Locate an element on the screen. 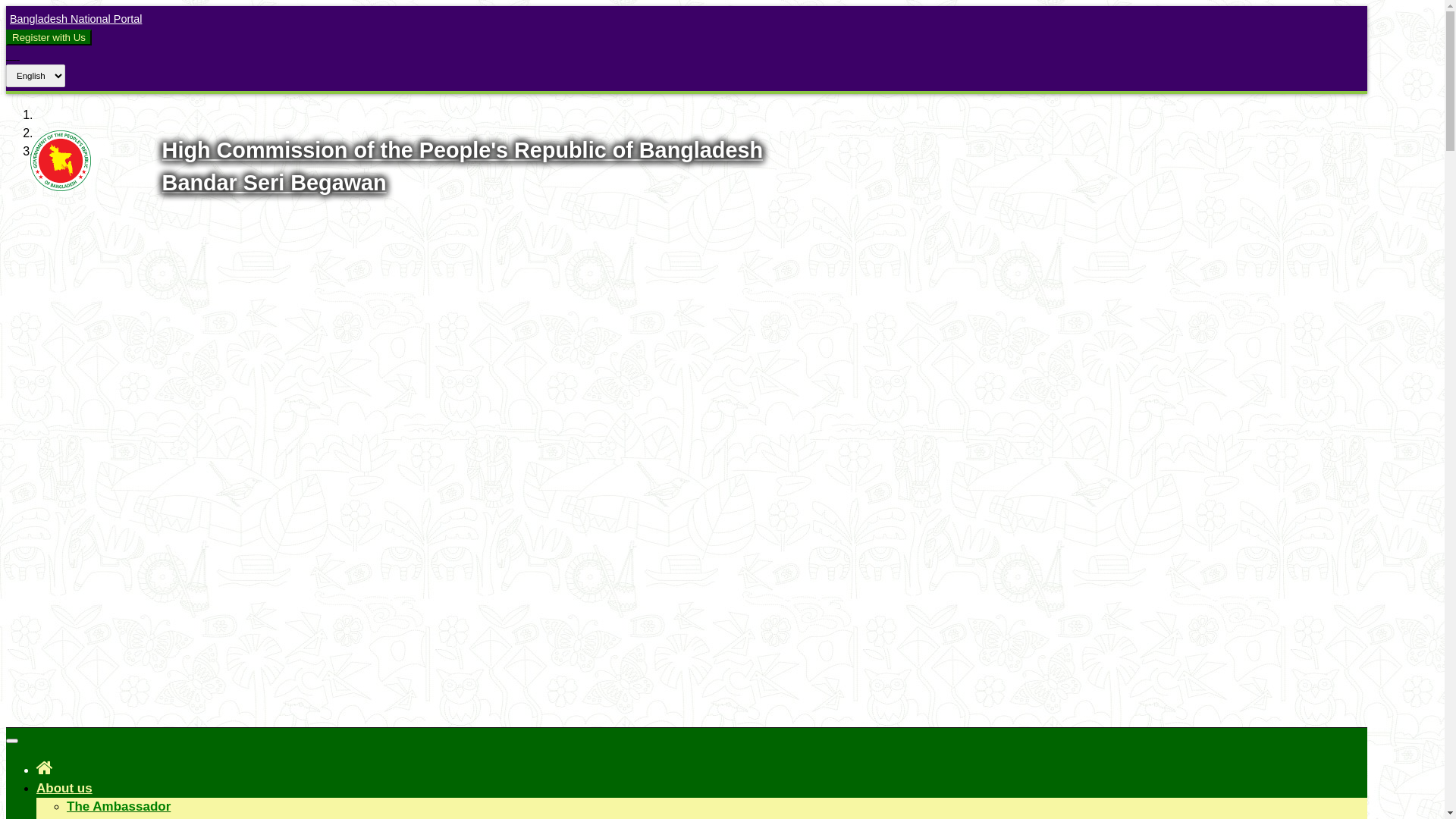  'About us' is located at coordinates (64, 787).